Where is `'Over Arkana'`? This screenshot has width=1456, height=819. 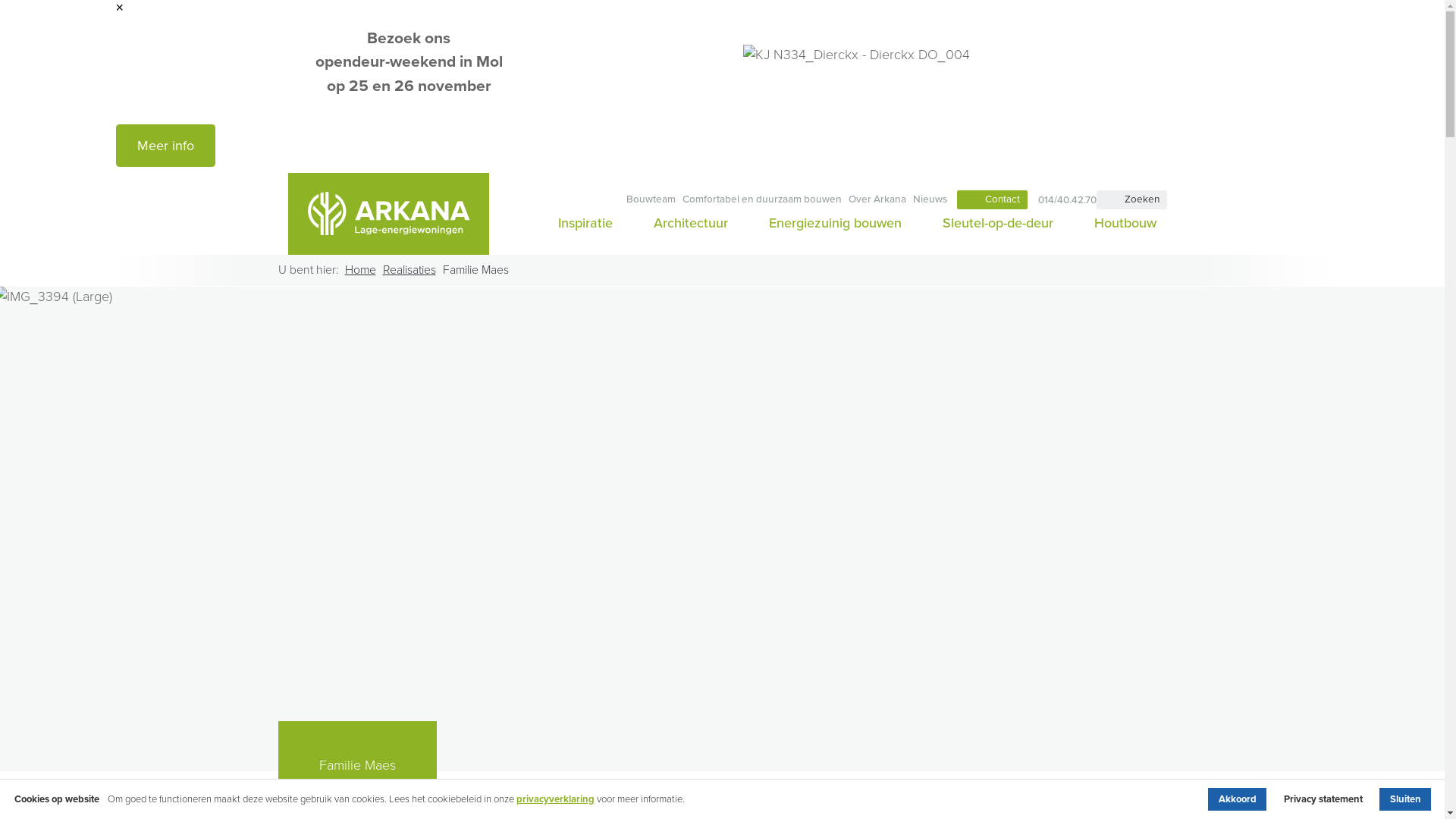
'Over Arkana' is located at coordinates (843, 199).